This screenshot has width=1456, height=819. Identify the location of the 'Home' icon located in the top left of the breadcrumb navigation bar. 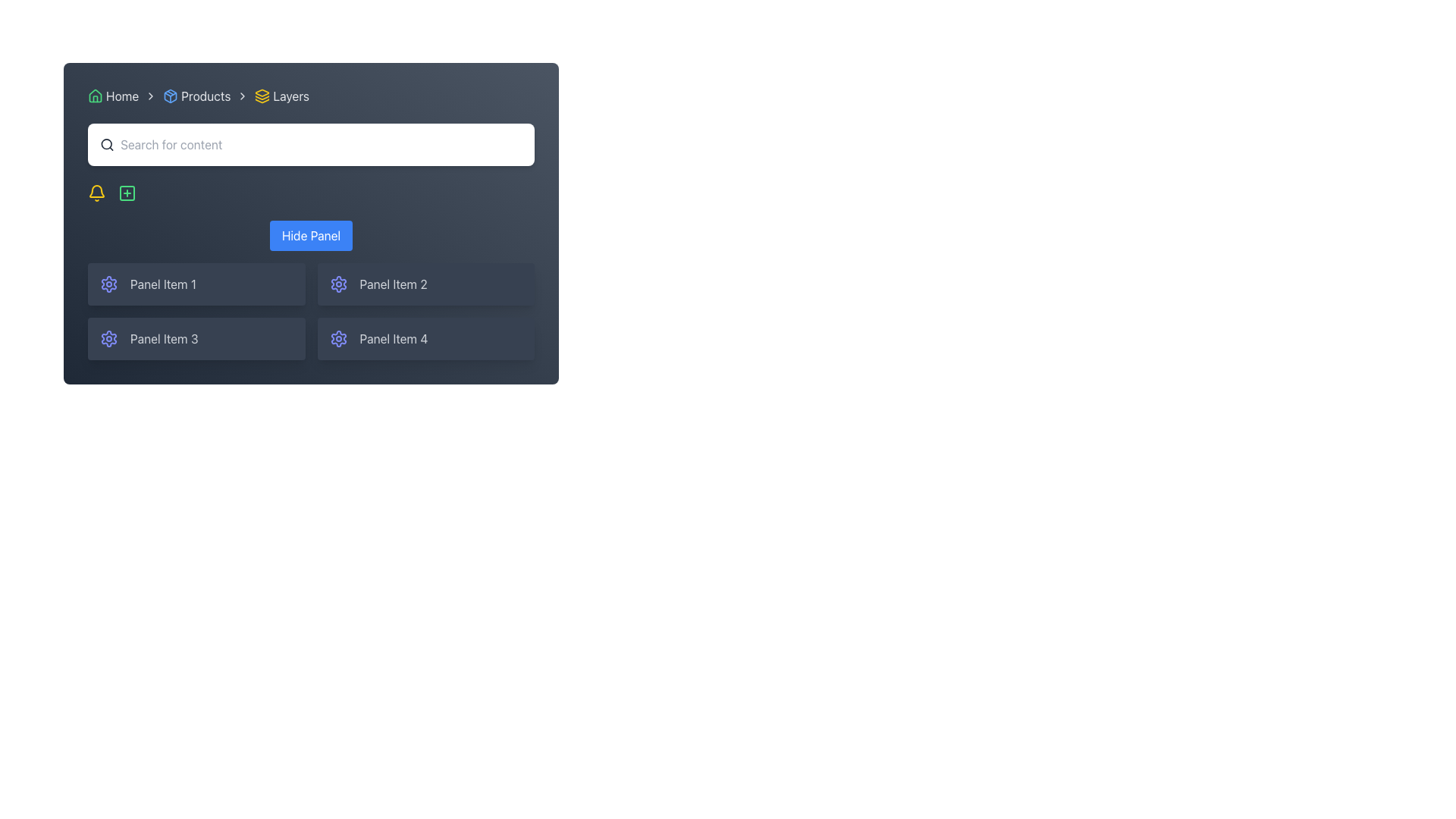
(94, 96).